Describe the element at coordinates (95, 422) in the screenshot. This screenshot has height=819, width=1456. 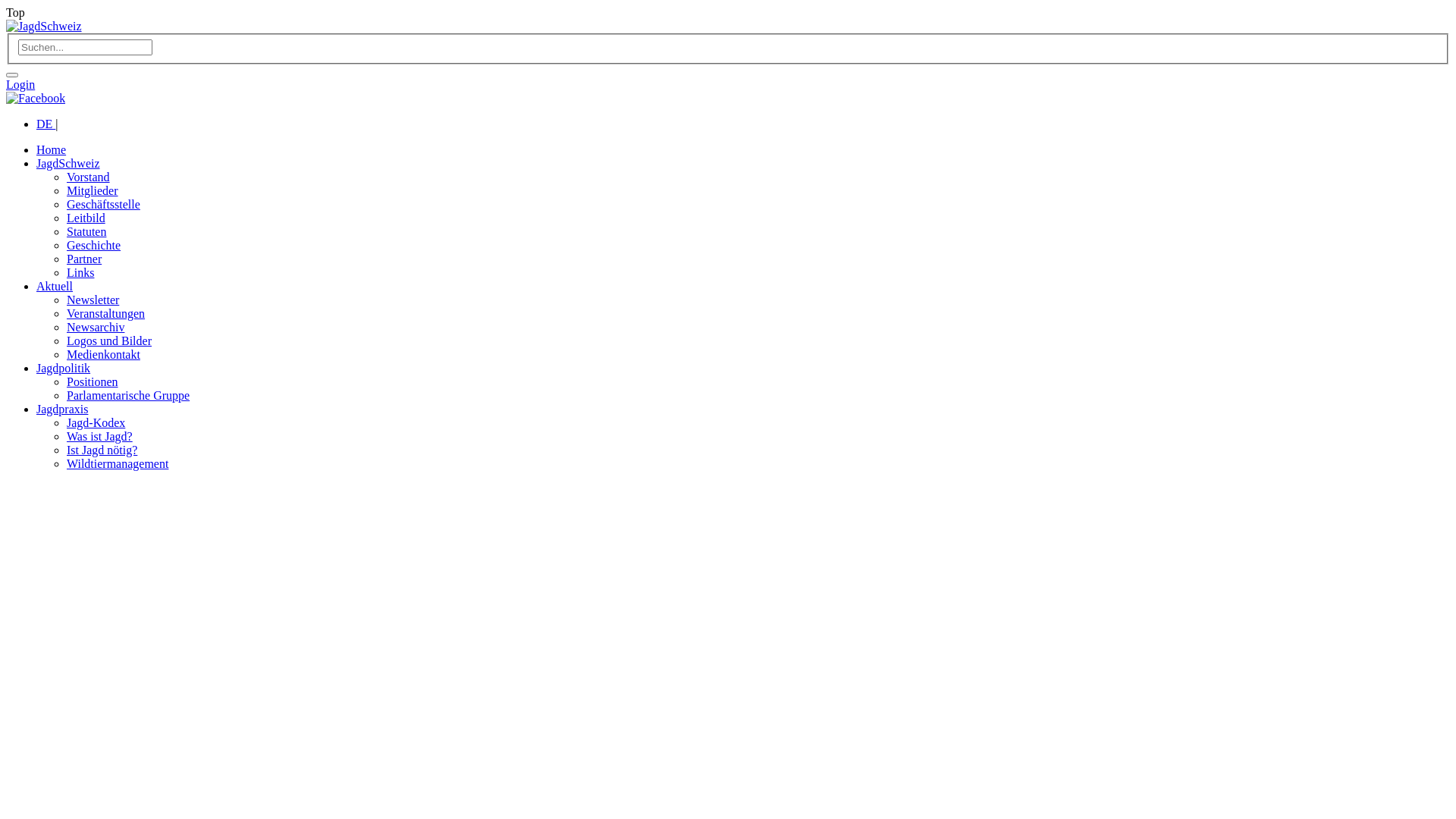
I see `'Jagd-Kodex'` at that location.